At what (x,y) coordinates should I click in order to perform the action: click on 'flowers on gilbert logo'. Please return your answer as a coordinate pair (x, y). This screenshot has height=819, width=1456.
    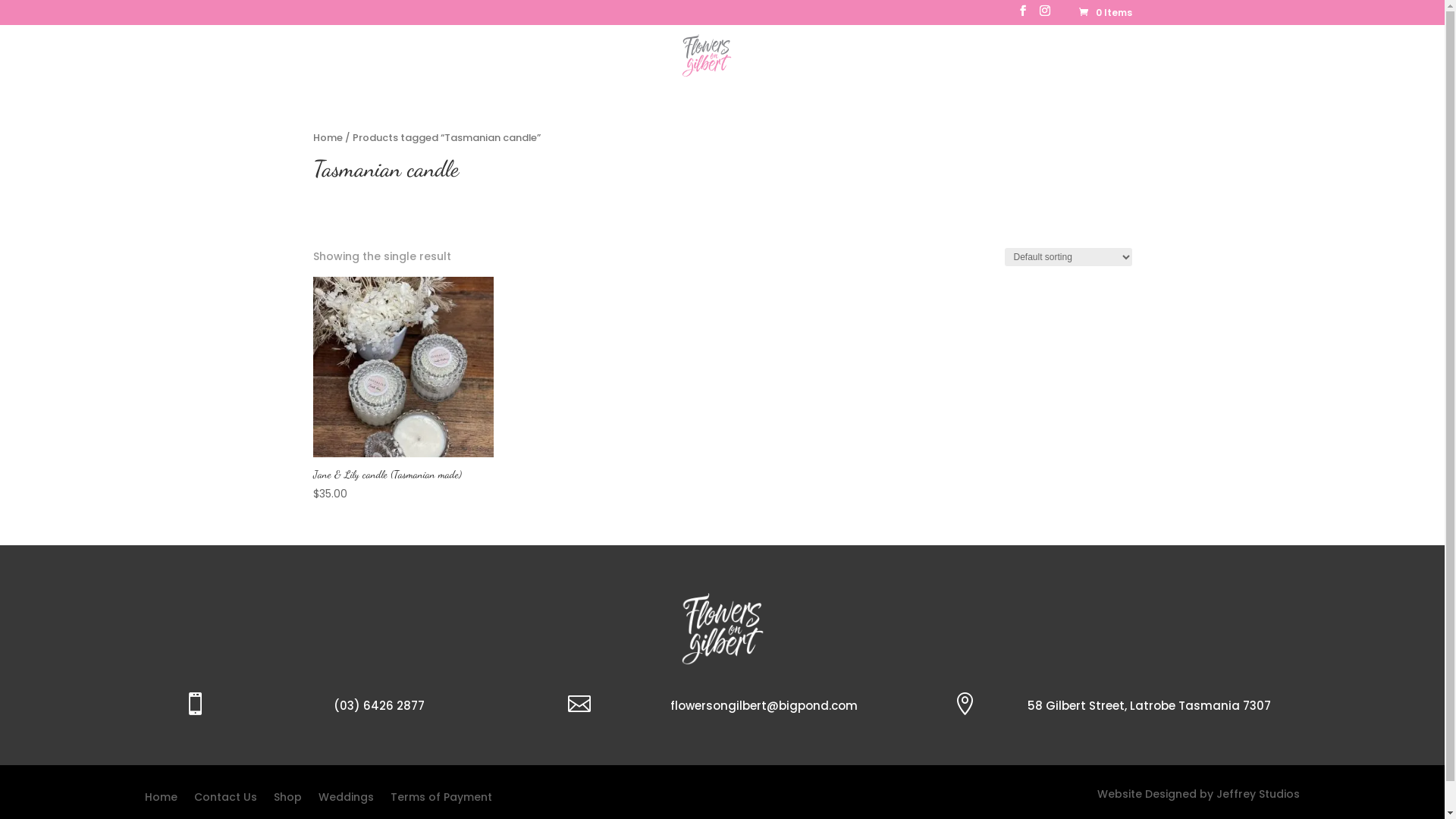
    Looking at the image, I should click on (722, 629).